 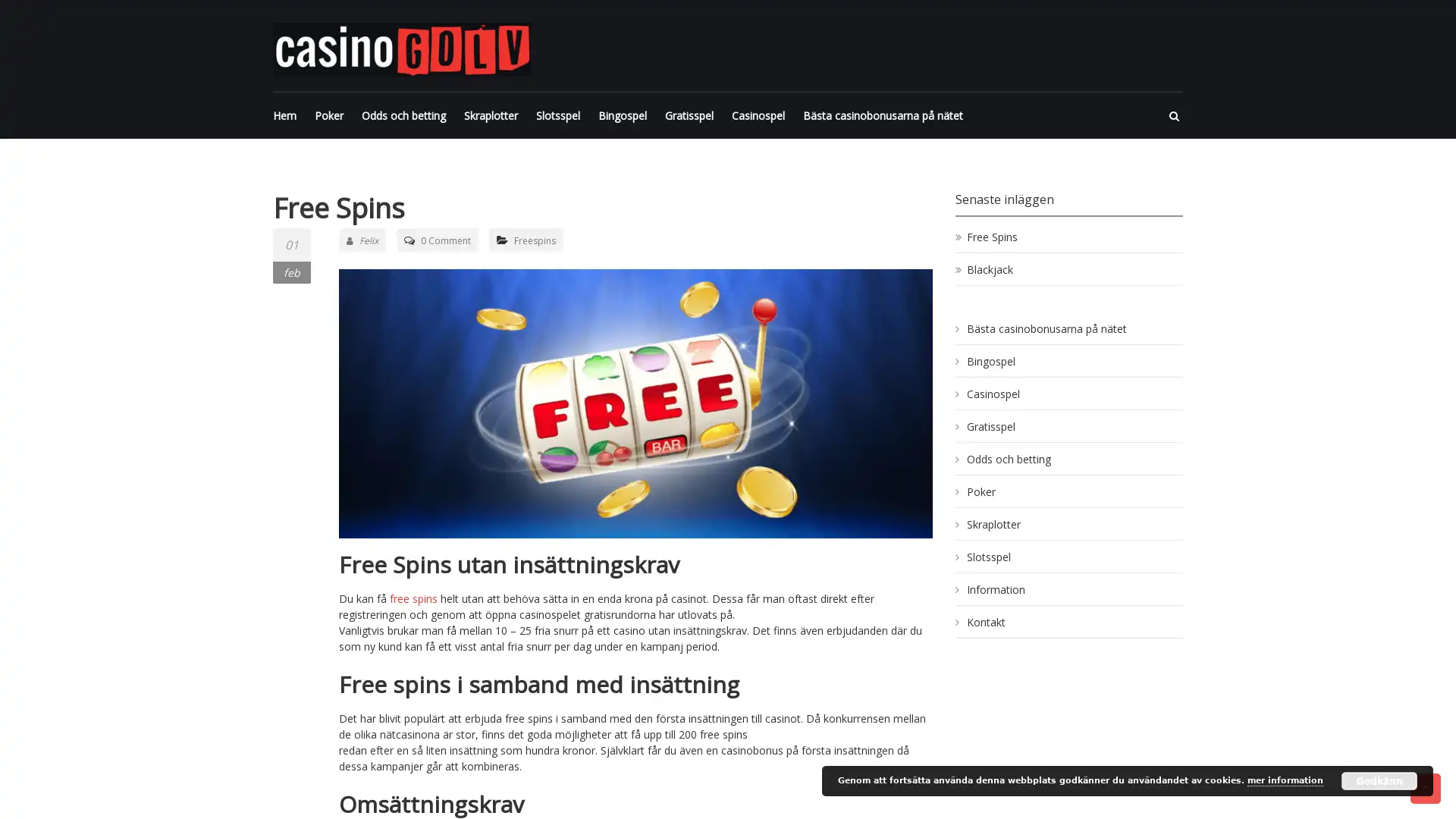 What do you see at coordinates (1379, 780) in the screenshot?
I see `Godkann` at bounding box center [1379, 780].